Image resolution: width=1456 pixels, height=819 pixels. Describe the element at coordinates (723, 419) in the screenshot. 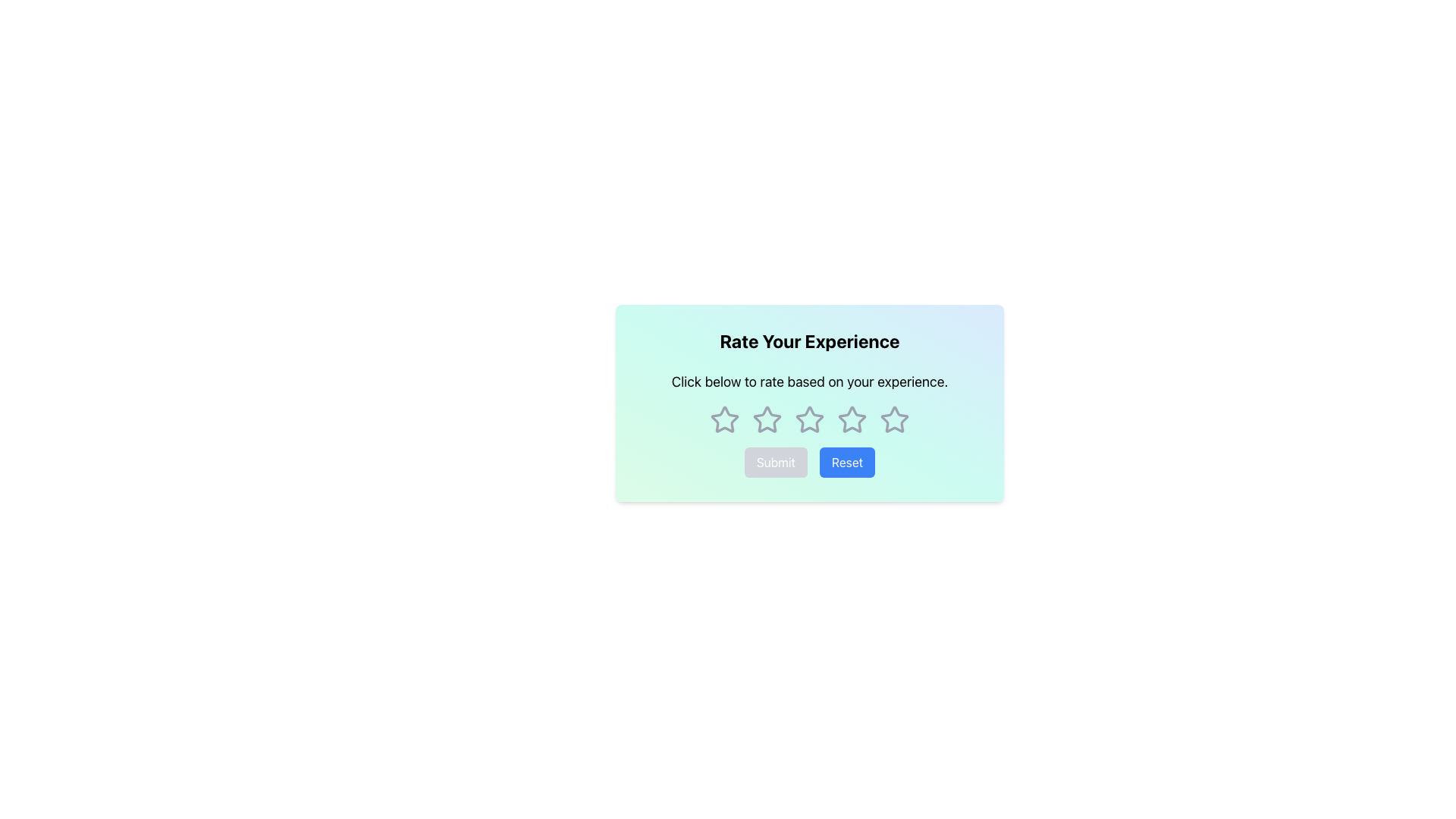

I see `the first interactive star icon in the rating system` at that location.